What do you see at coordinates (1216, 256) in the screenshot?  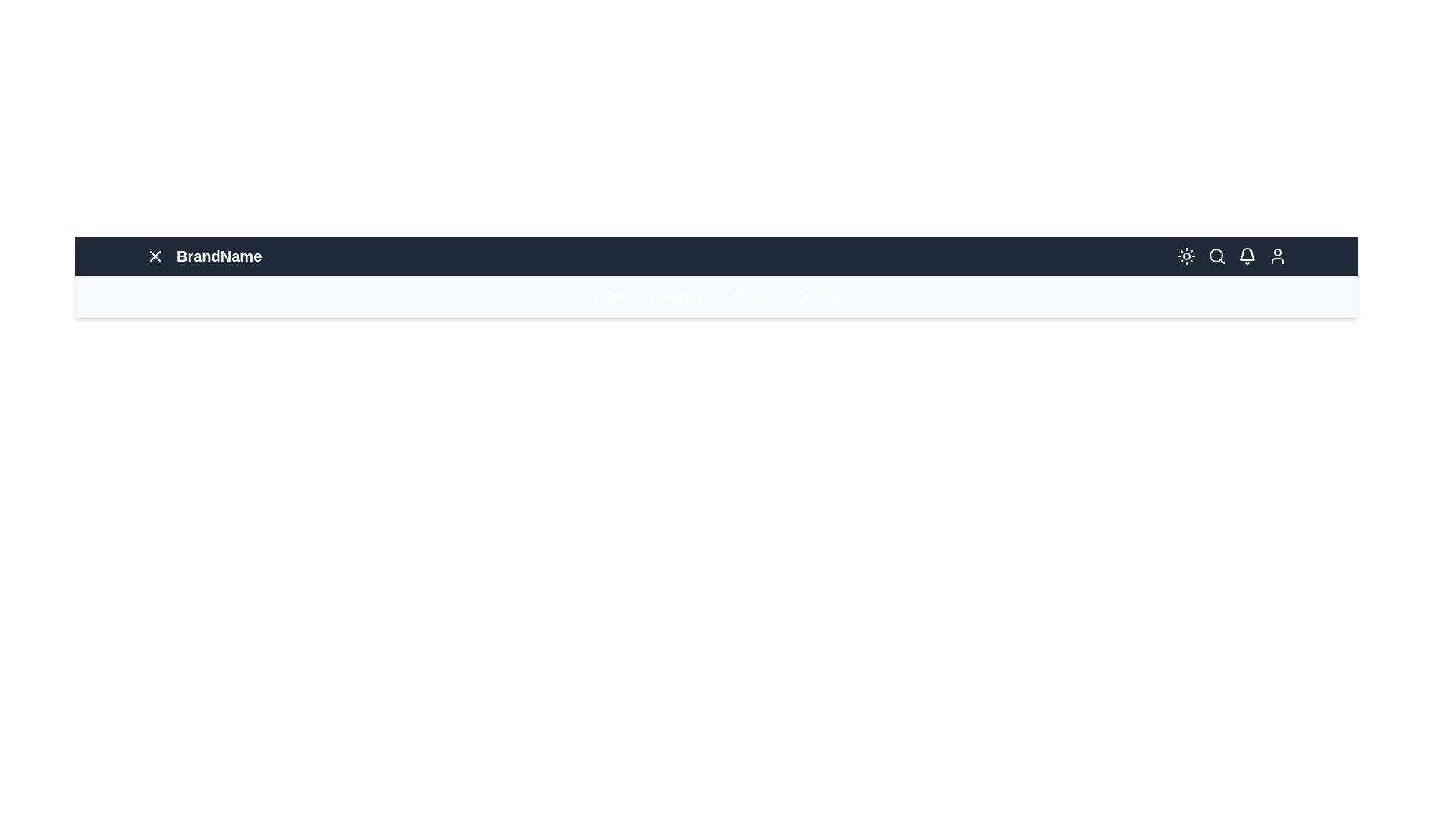 I see `the Search icon in the navigation bar` at bounding box center [1216, 256].